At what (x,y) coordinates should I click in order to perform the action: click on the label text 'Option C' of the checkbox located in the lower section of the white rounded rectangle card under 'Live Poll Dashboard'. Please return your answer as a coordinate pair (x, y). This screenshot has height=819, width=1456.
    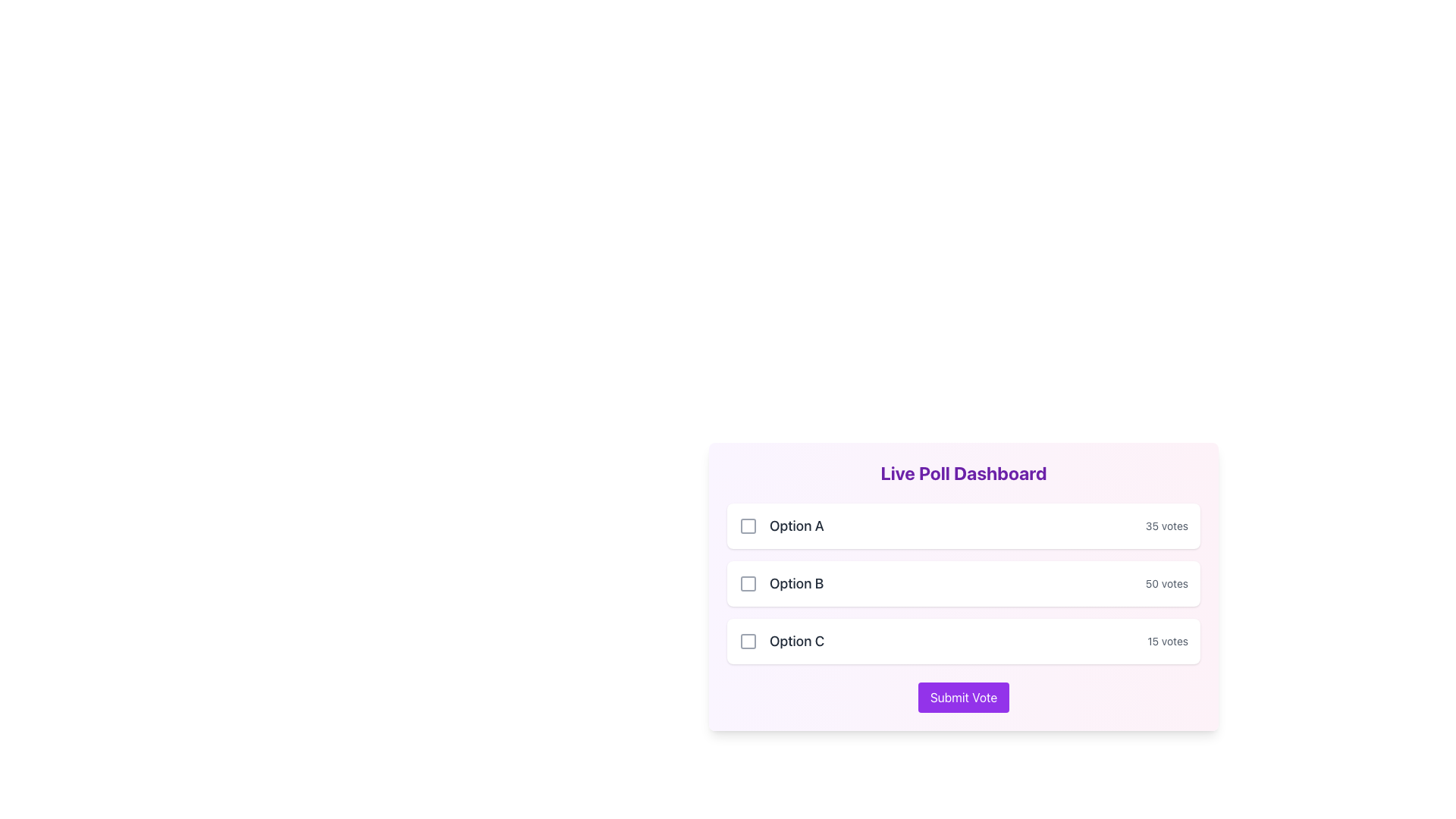
    Looking at the image, I should click on (782, 641).